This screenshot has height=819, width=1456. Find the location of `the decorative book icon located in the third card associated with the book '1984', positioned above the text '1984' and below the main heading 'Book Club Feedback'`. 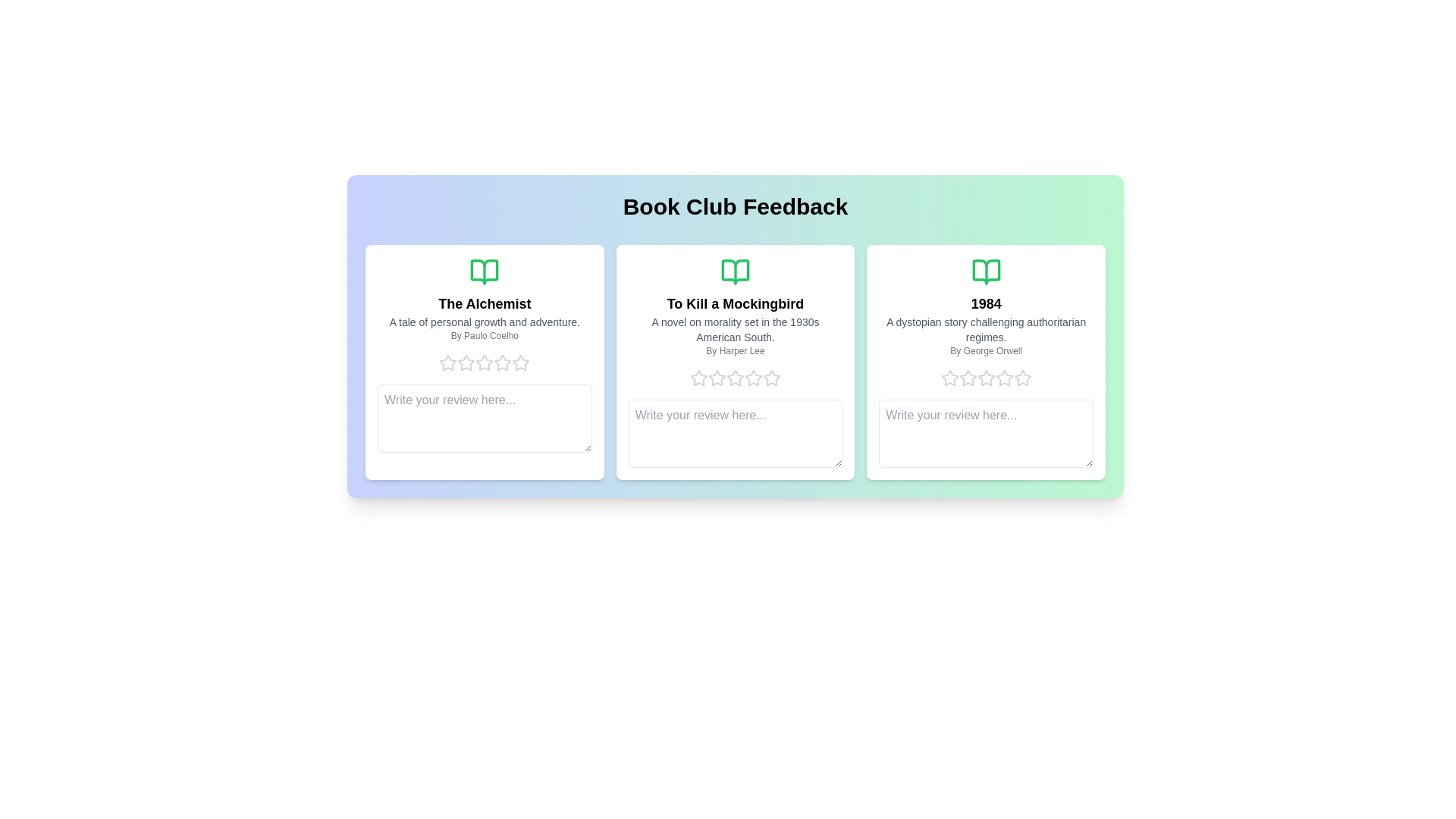

the decorative book icon located in the third card associated with the book '1984', positioned above the text '1984' and below the main heading 'Book Club Feedback' is located at coordinates (986, 271).